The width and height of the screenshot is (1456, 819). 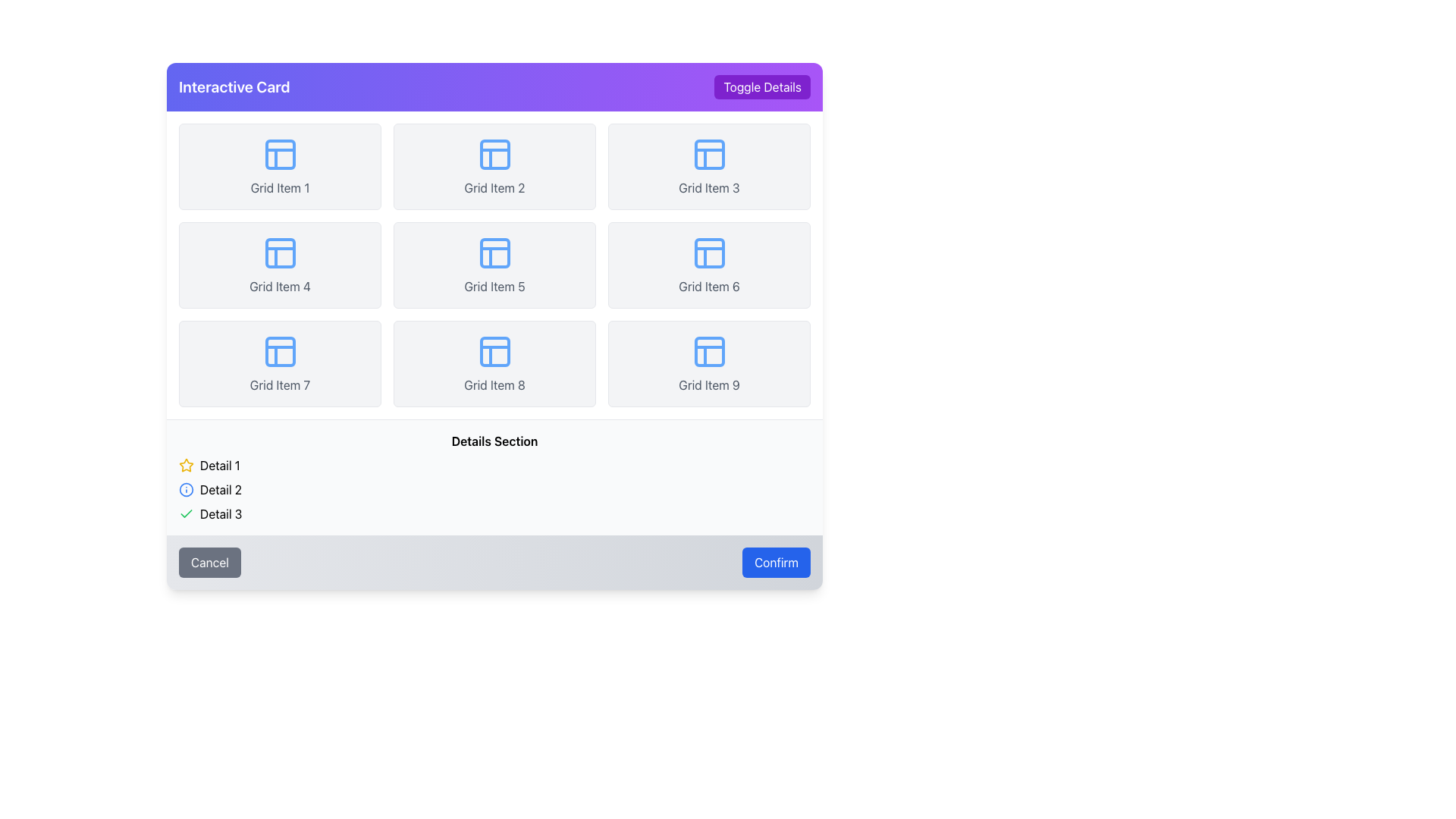 I want to click on the small rectangular shape with rounded corners that is part of the 'Grid Item 2' icon in the grid layout, so click(x=494, y=155).